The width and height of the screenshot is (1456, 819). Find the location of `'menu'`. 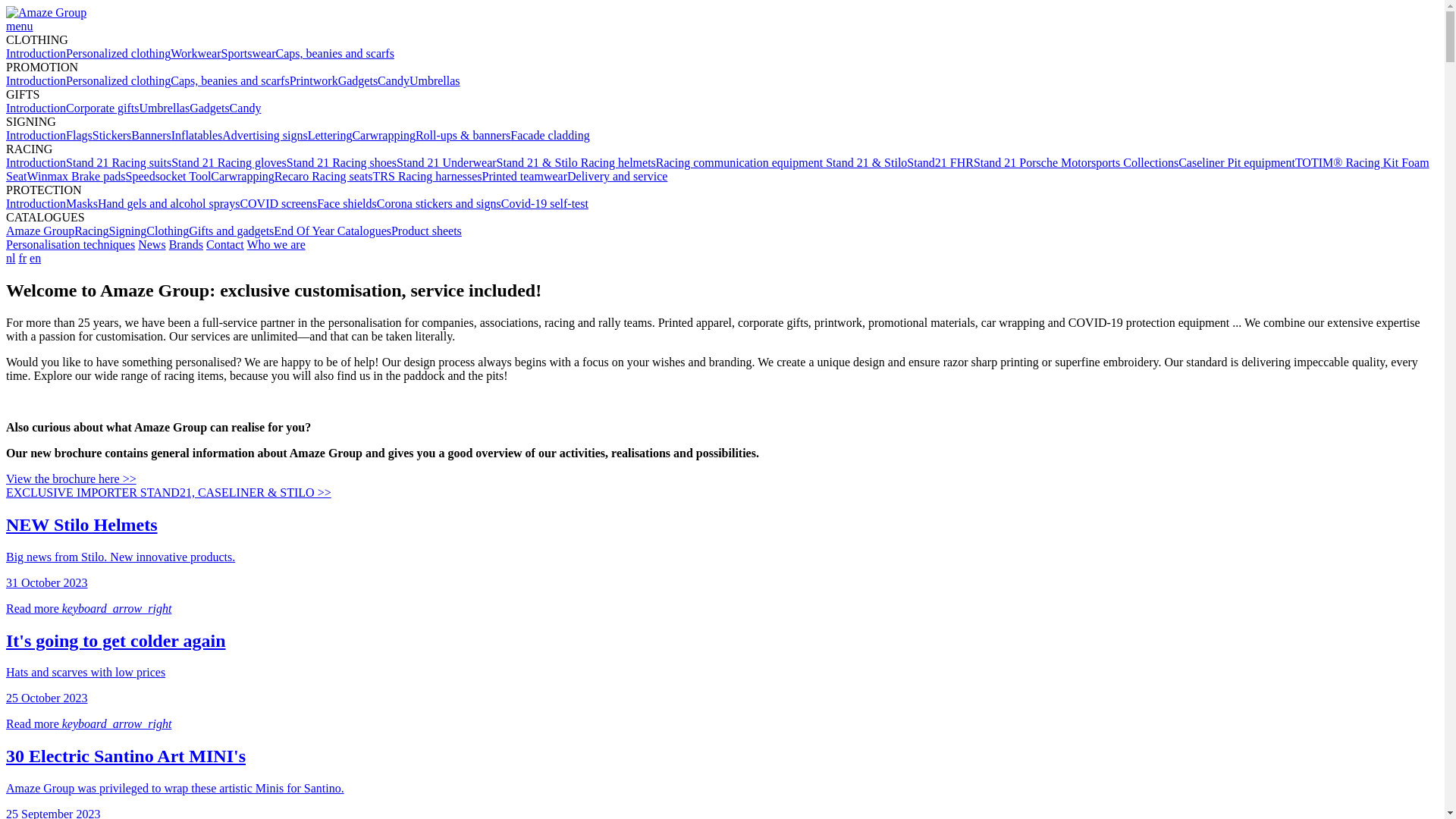

'menu' is located at coordinates (19, 26).